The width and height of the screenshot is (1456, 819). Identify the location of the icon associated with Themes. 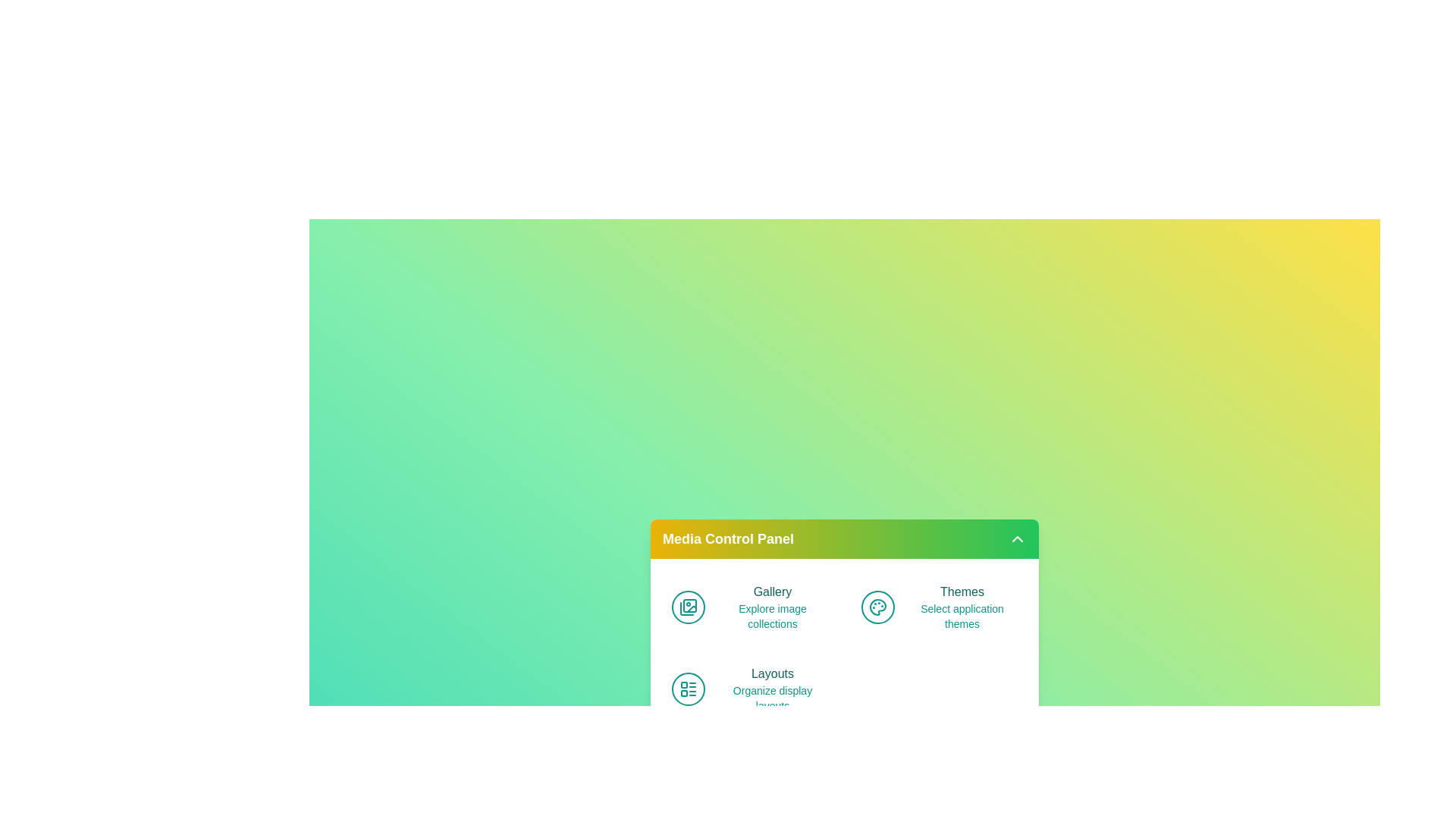
(877, 607).